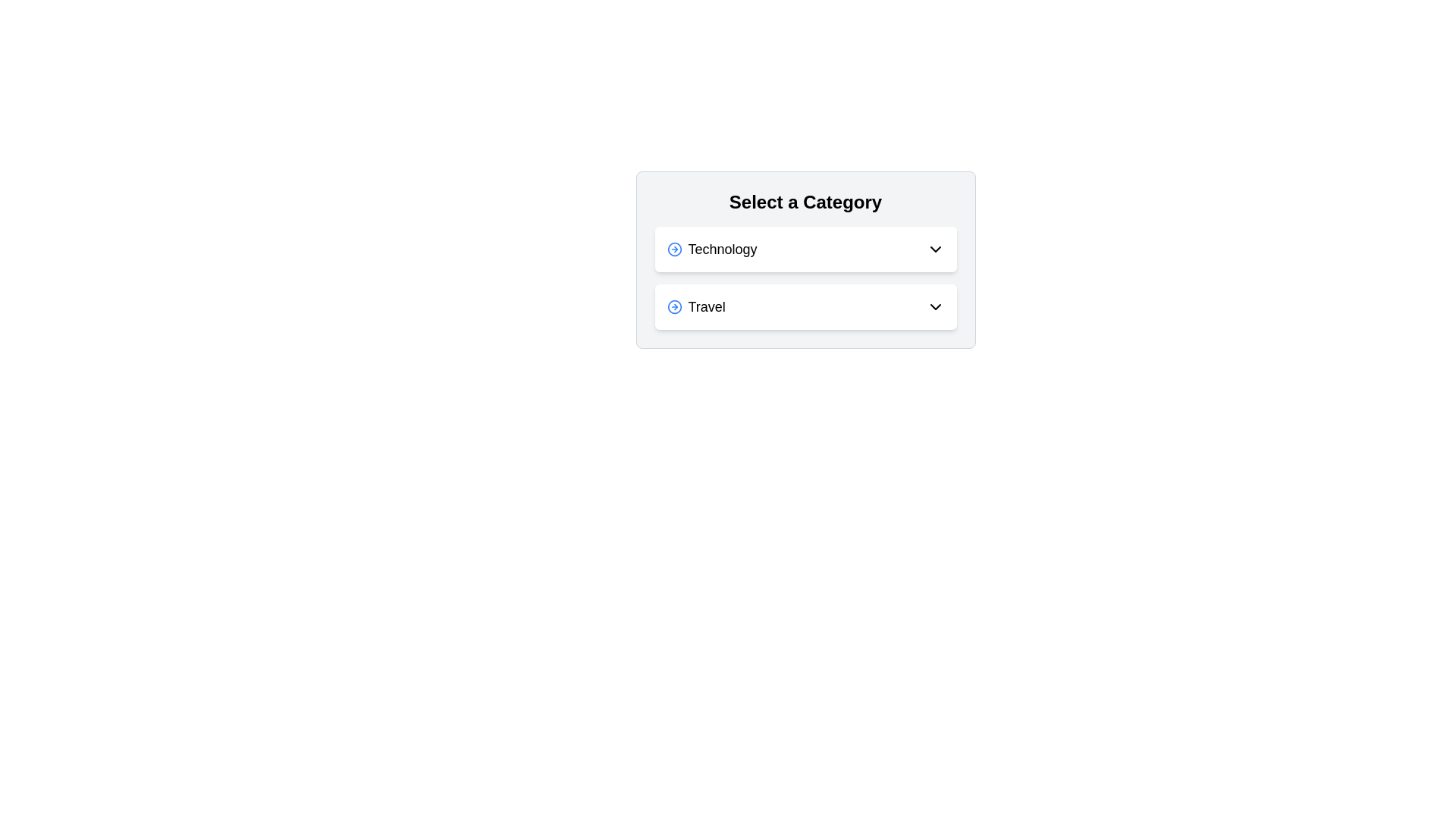 The image size is (1456, 819). Describe the element at coordinates (934, 248) in the screenshot. I see `the Dropdown indicator (chevron icon) next to the 'Technology' label` at that location.